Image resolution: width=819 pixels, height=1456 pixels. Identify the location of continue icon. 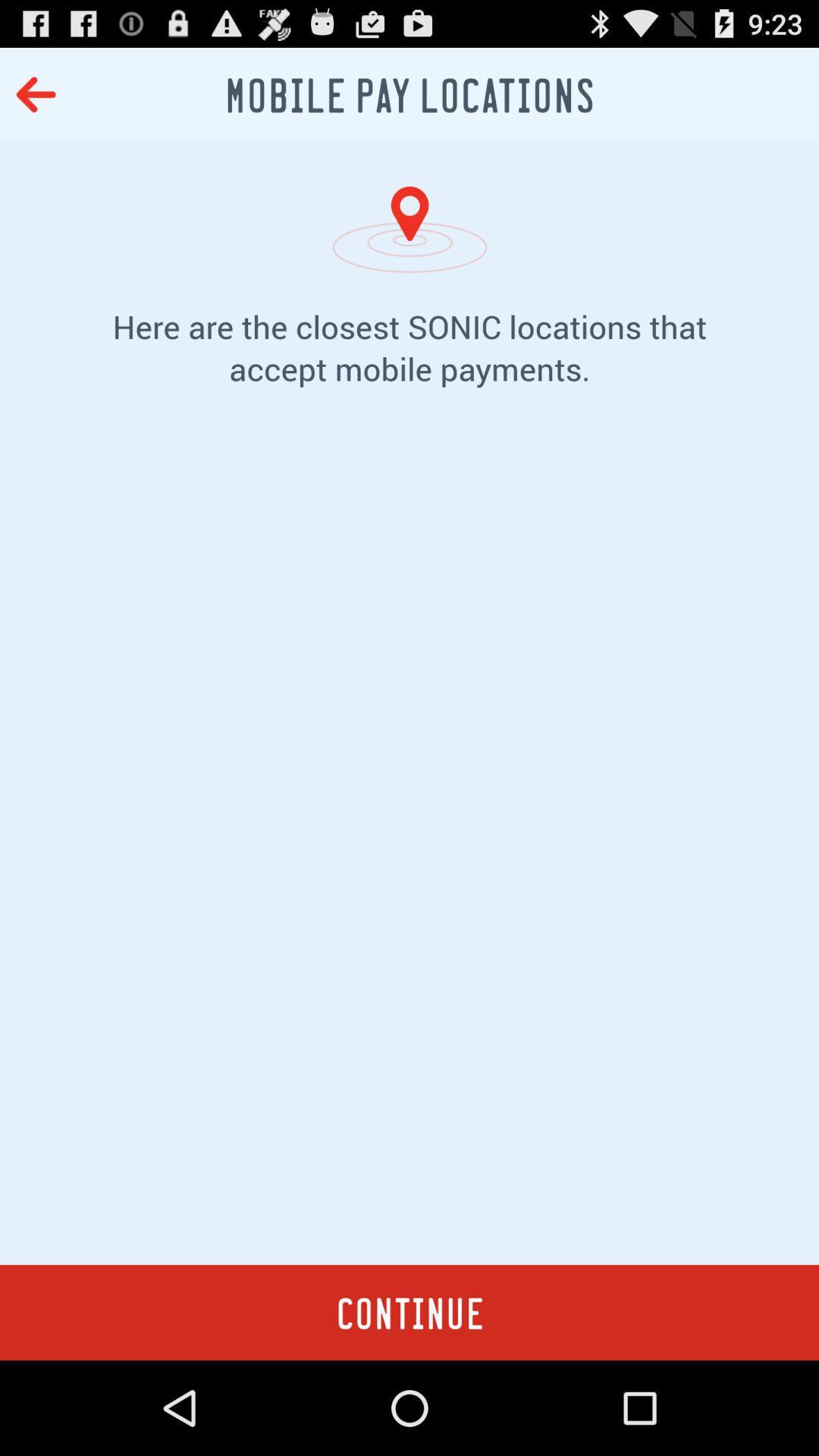
(409, 1312).